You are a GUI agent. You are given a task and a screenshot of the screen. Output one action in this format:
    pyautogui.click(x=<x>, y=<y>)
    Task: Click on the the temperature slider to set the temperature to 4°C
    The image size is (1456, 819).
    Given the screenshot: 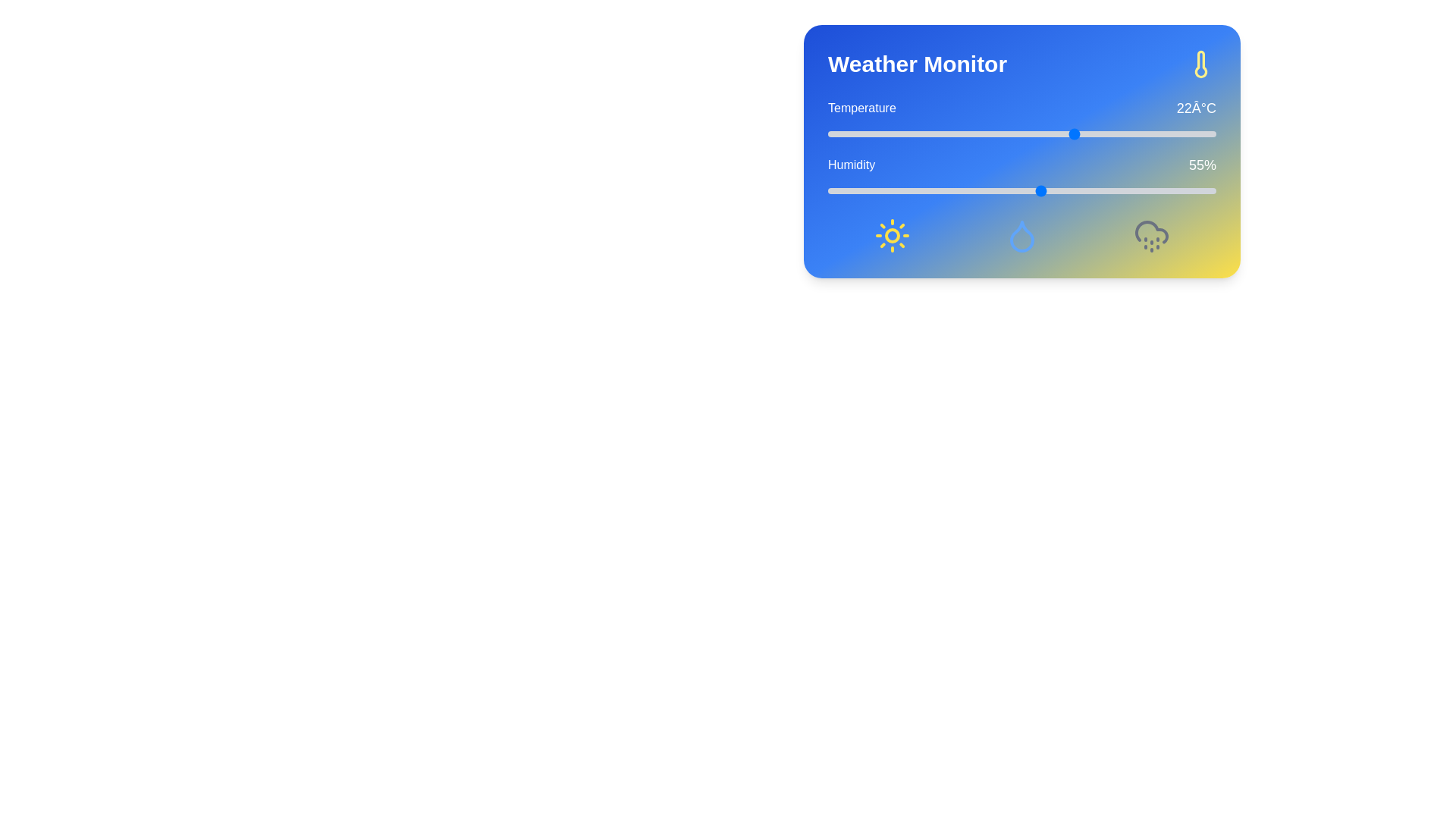 What is the action you would take?
    pyautogui.click(x=936, y=133)
    